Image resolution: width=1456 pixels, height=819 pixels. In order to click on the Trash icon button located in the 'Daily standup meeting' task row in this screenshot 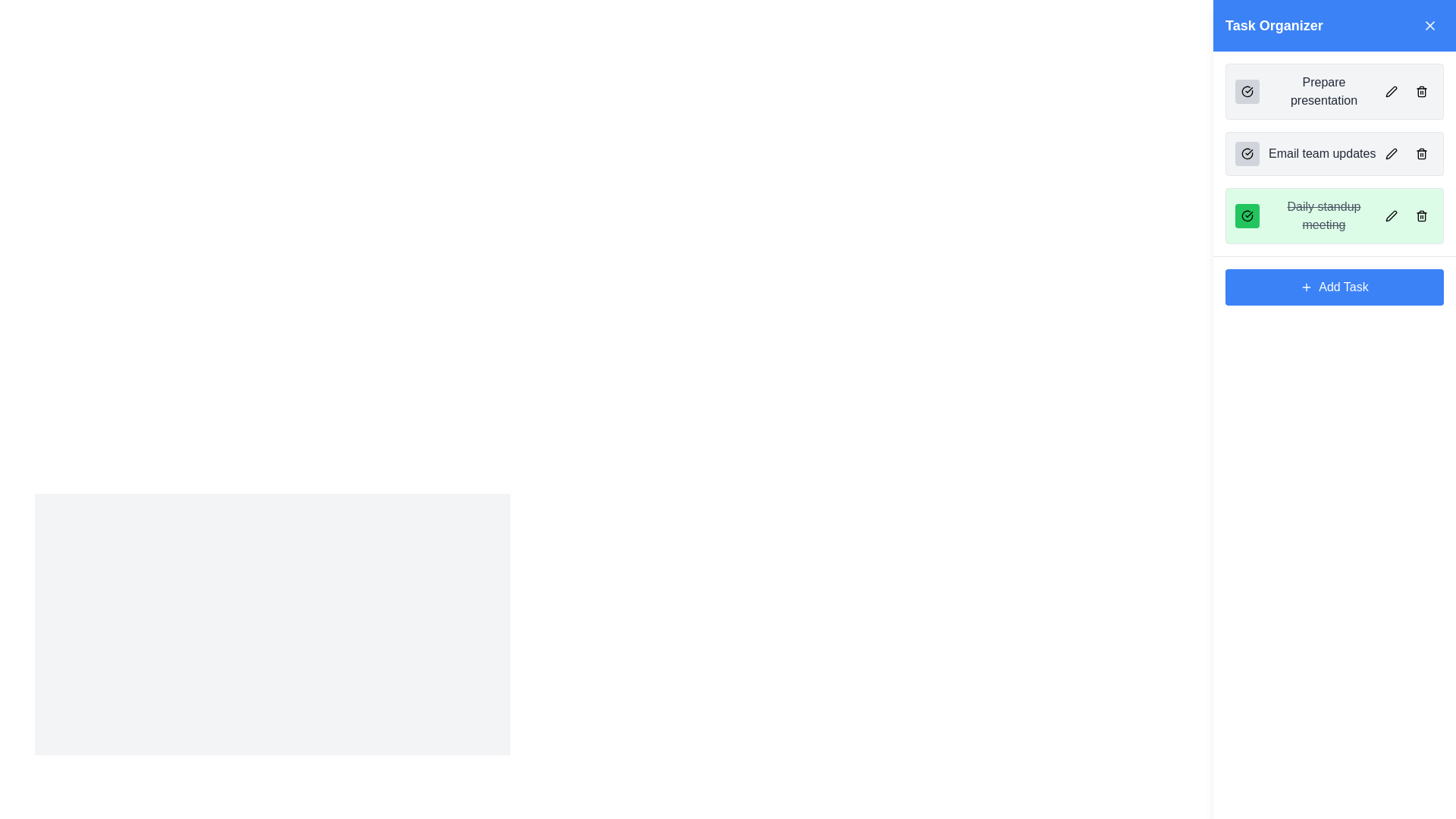, I will do `click(1421, 216)`.